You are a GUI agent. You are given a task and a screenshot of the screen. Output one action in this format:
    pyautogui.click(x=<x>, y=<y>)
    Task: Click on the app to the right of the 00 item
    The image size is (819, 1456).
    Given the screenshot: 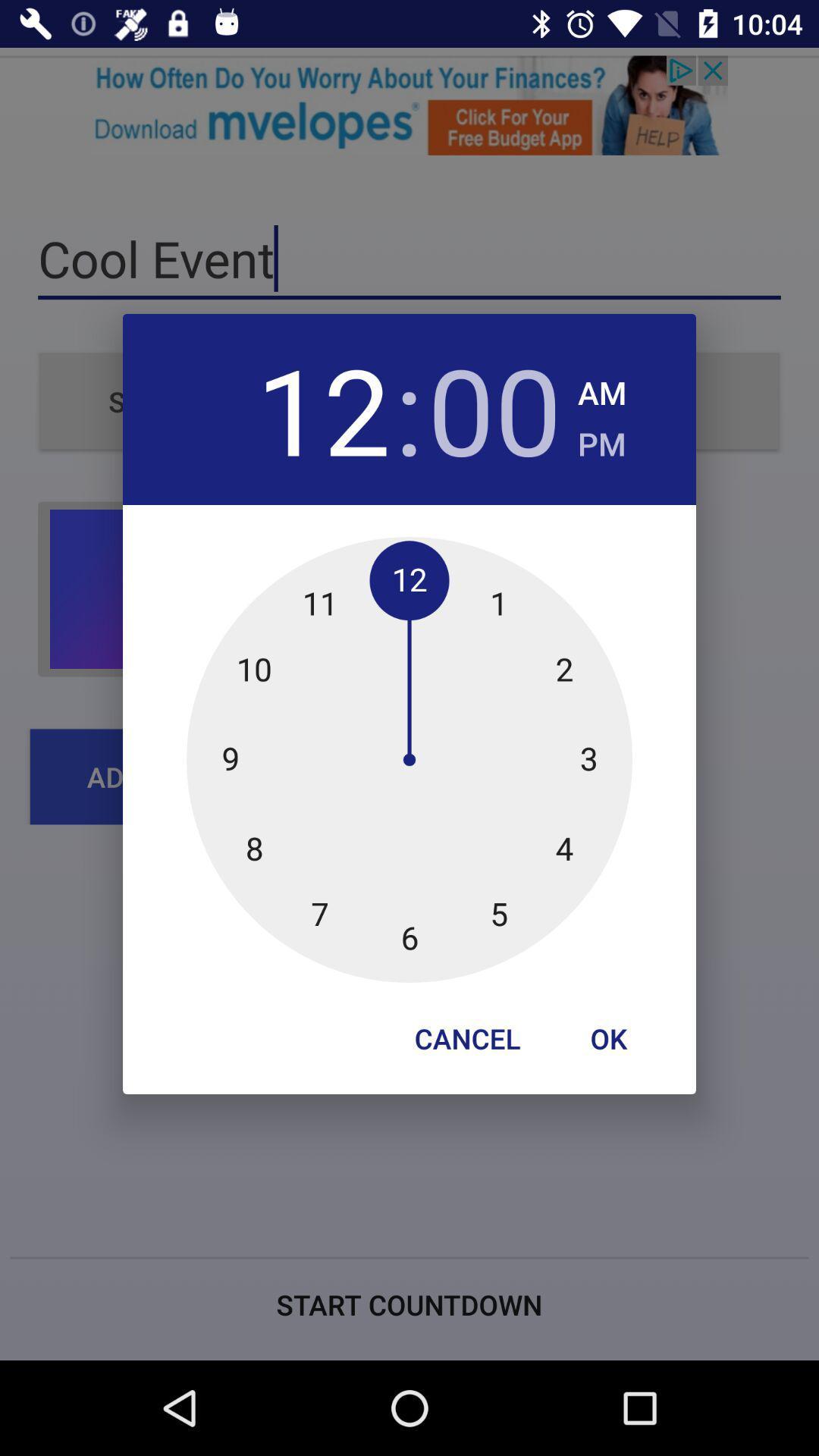 What is the action you would take?
    pyautogui.click(x=601, y=438)
    